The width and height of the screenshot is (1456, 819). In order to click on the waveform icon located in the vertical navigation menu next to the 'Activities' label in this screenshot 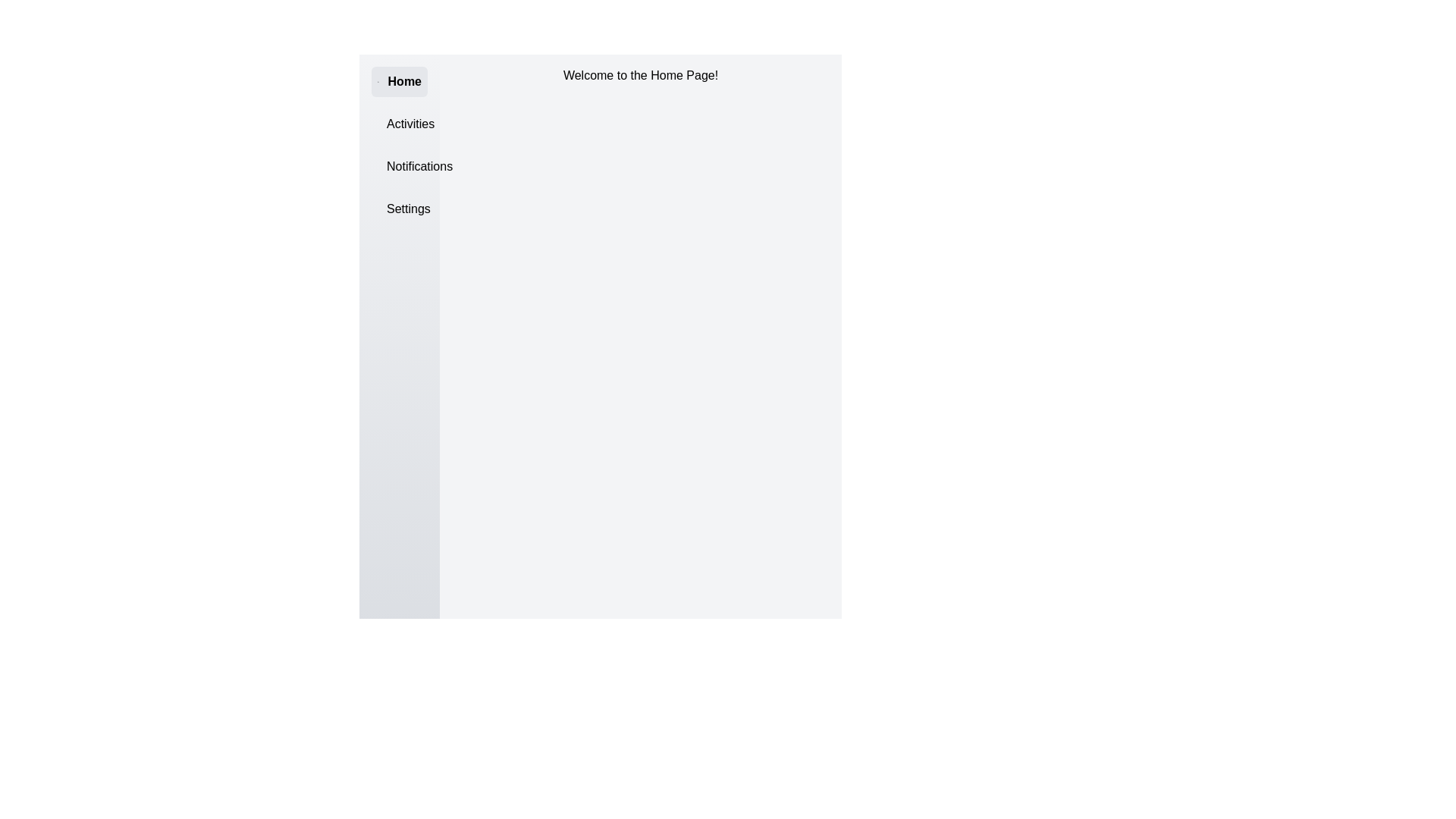, I will do `click(386, 124)`.